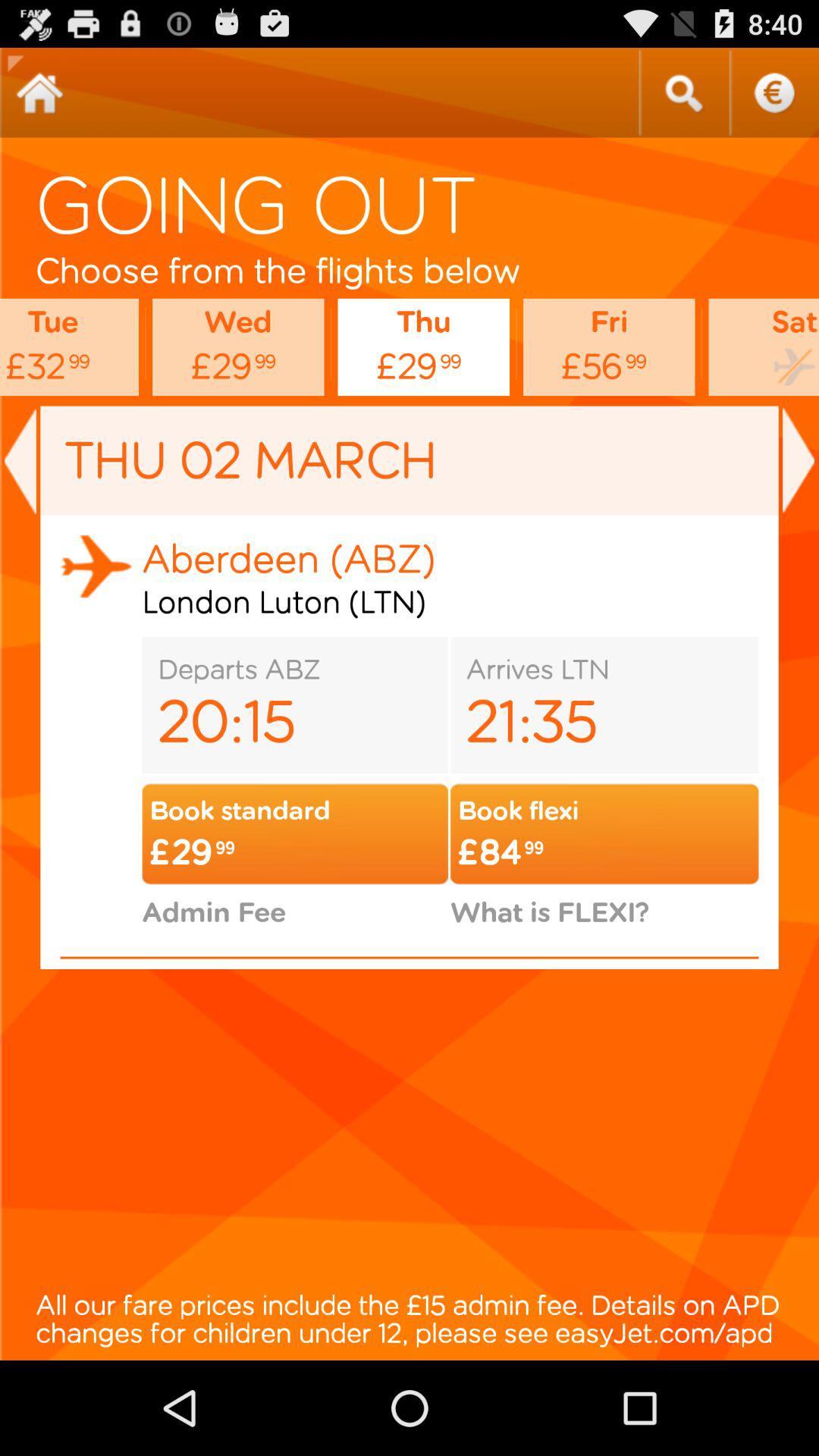  I want to click on return to start screen, so click(39, 92).